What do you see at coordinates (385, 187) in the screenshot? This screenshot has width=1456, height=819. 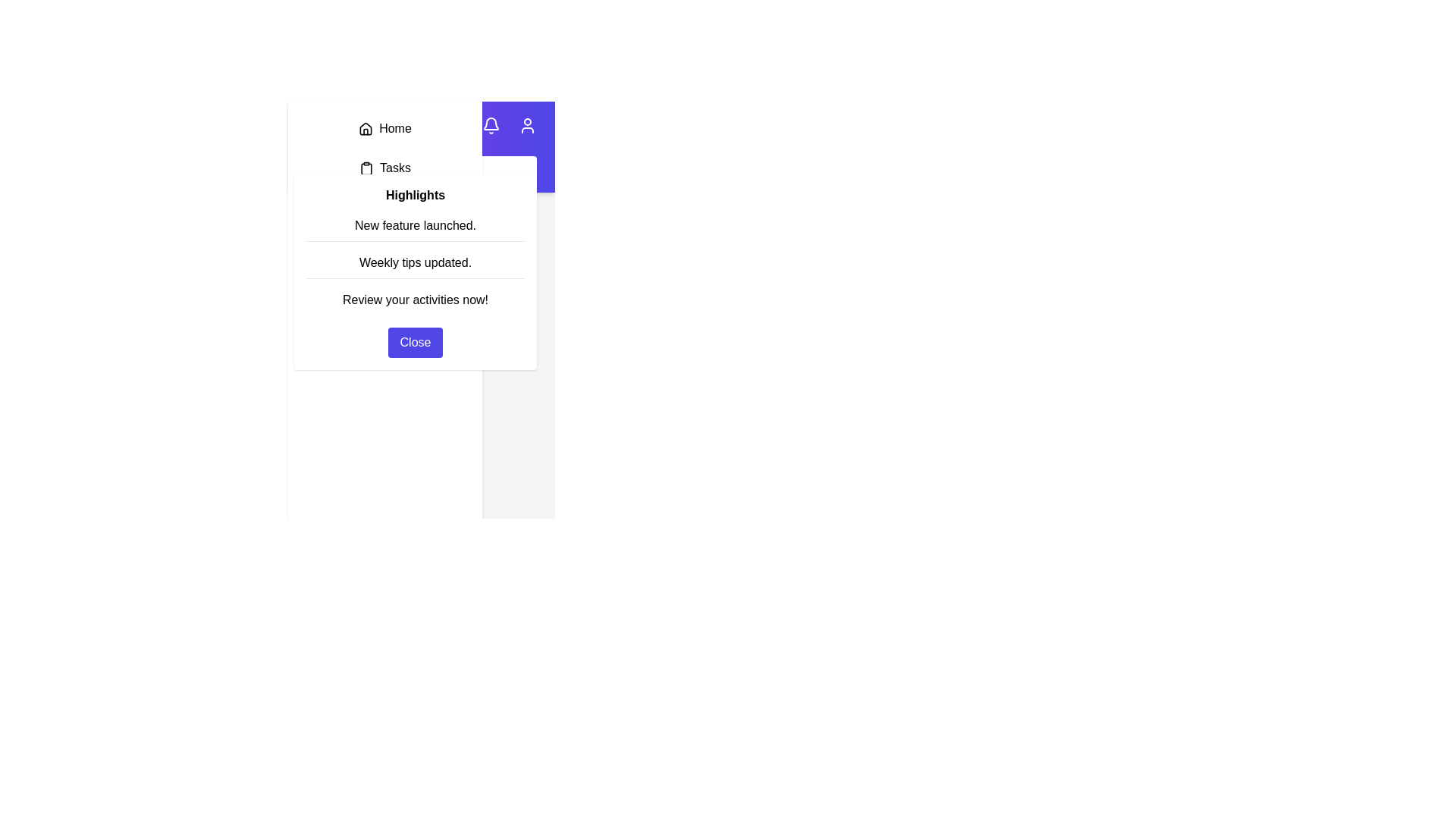 I see `the 'Highlights' text label, which is the third item in a vertical list within the side menu, positioned below 'Tasks' and above a secondary text area` at bounding box center [385, 187].